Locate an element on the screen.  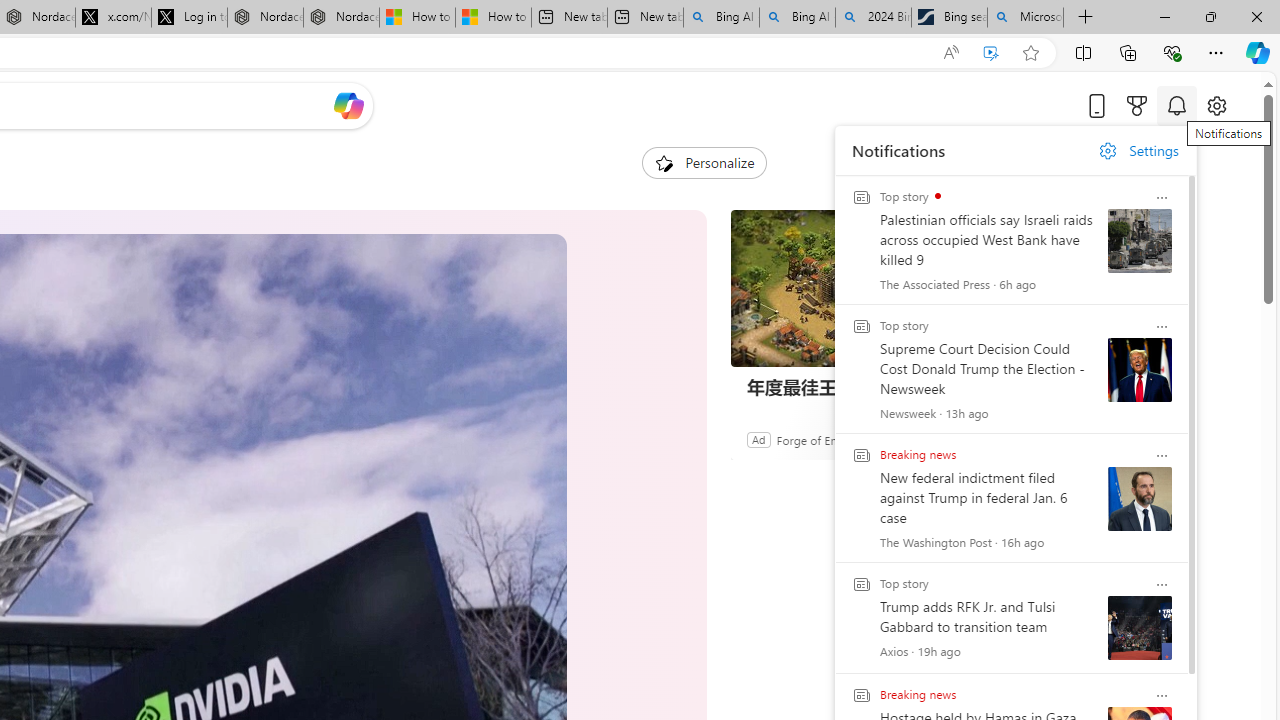
'Bing search market share worldwide 2024 | Statista' is located at coordinates (948, 17).